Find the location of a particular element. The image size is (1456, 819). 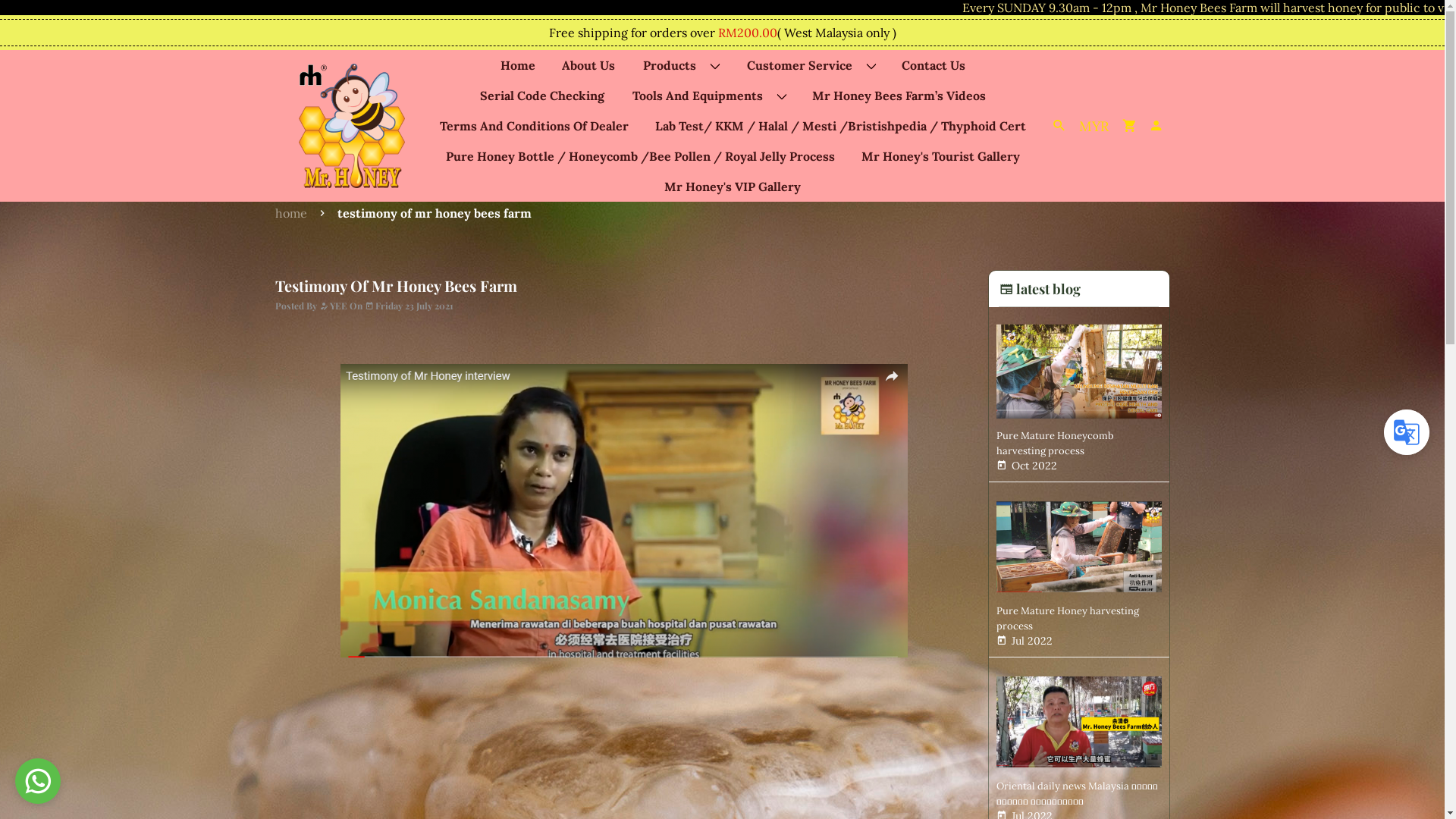

'Home' is located at coordinates (517, 64).